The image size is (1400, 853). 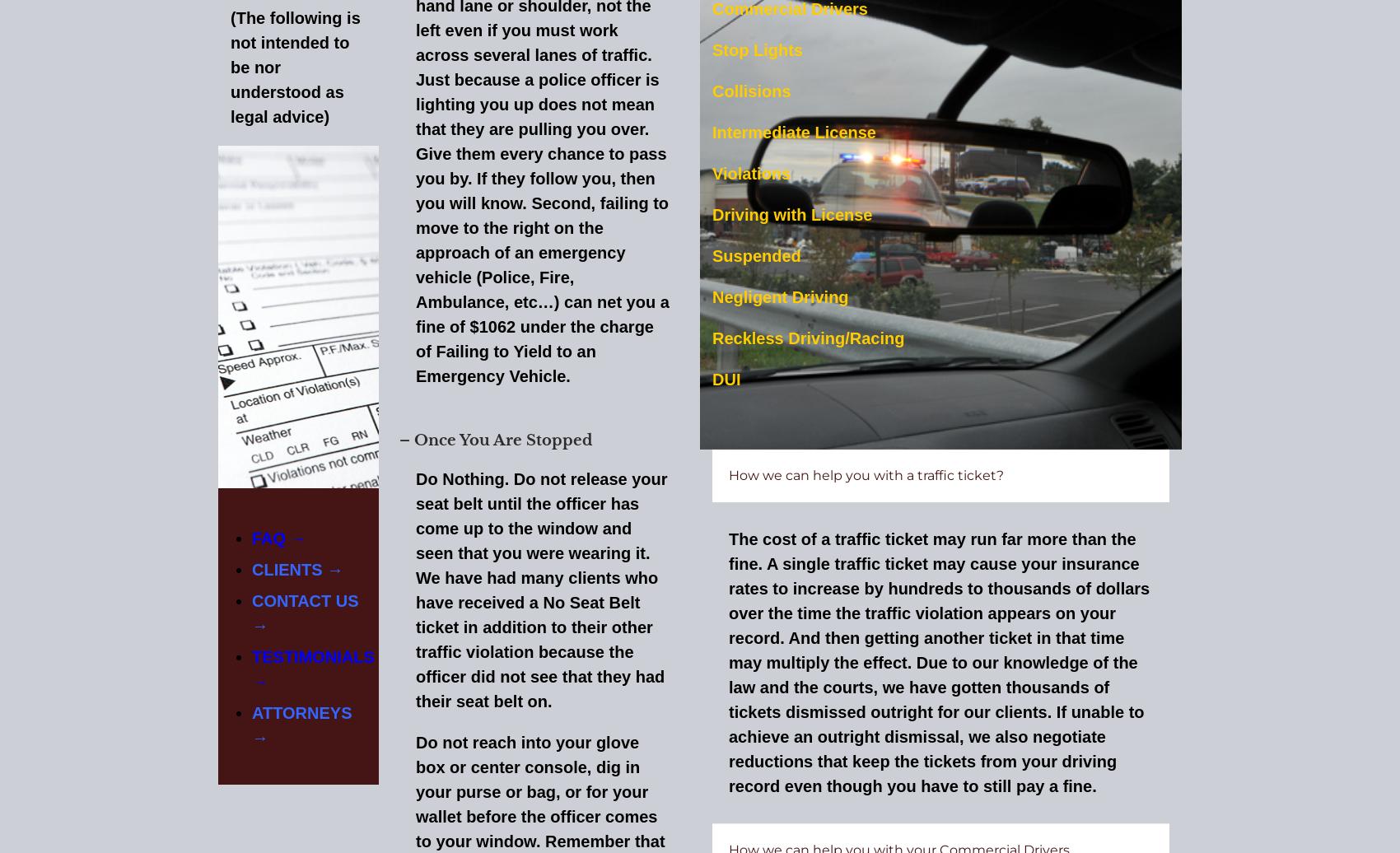 What do you see at coordinates (712, 172) in the screenshot?
I see `'Violations'` at bounding box center [712, 172].